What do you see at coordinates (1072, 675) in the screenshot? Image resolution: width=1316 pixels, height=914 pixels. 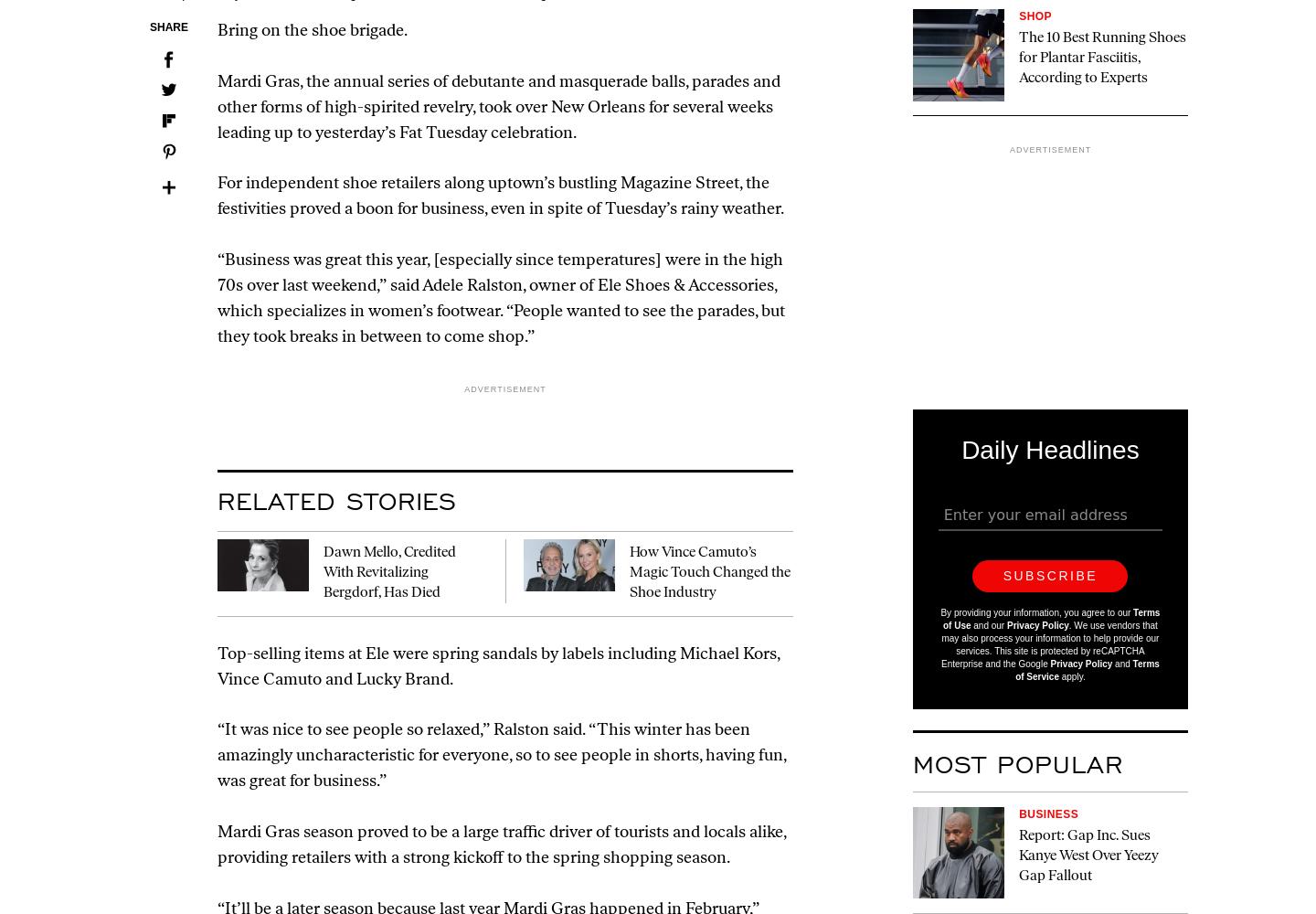 I see `'apply.'` at bounding box center [1072, 675].